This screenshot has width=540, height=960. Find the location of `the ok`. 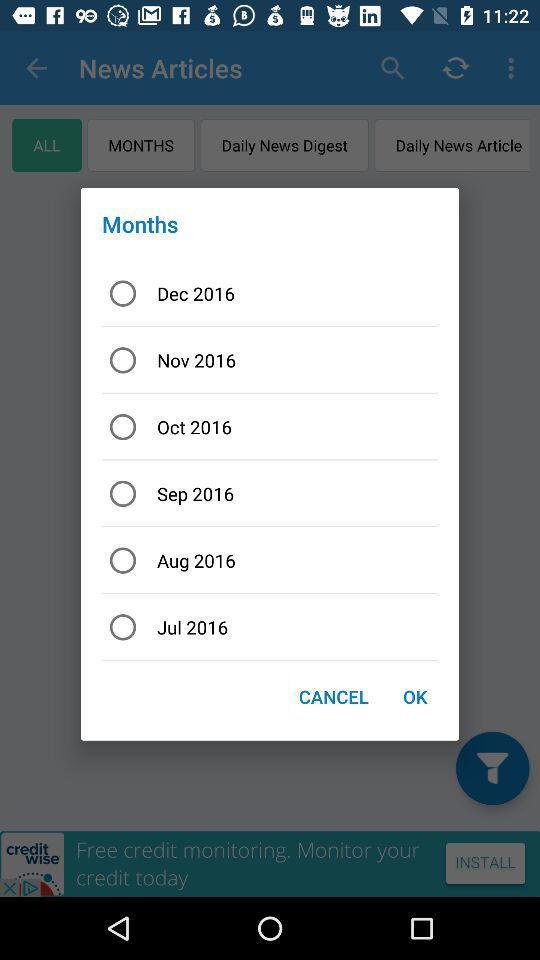

the ok is located at coordinates (414, 696).